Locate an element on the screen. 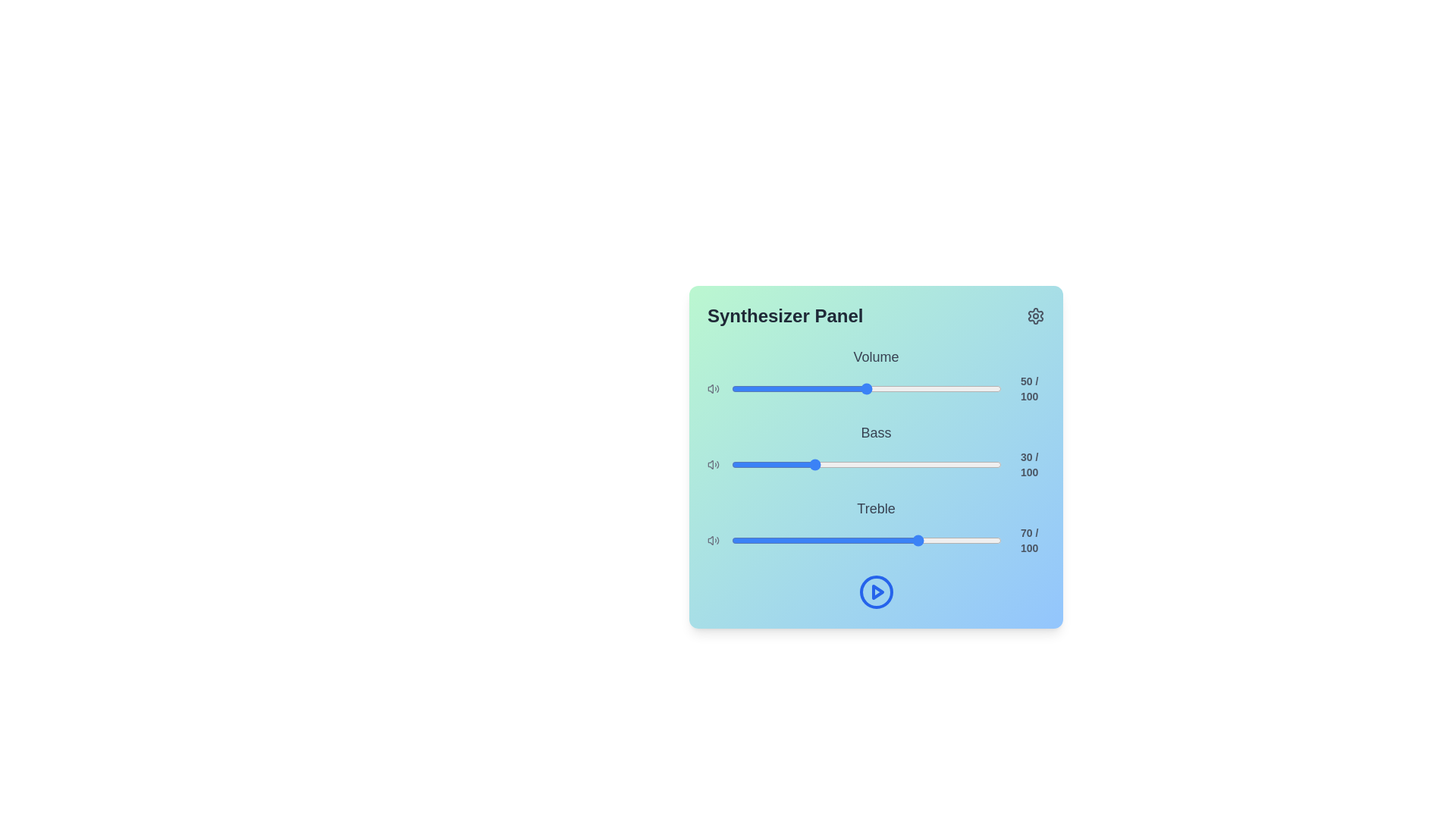  the bass slider to set the bass level to 62 is located at coordinates (899, 464).